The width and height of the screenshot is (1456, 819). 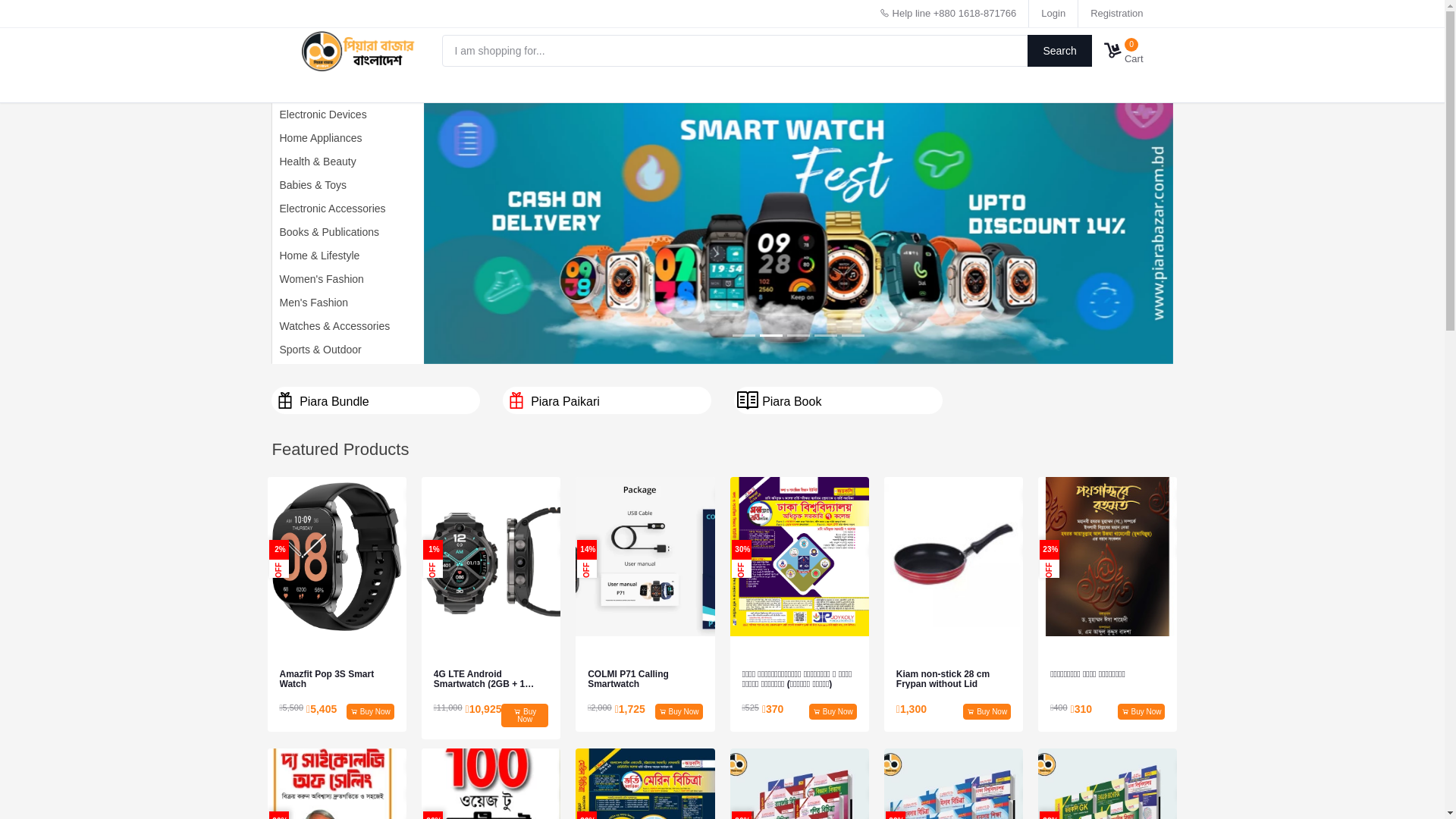 What do you see at coordinates (271, 325) in the screenshot?
I see `'Watches & Accessories'` at bounding box center [271, 325].